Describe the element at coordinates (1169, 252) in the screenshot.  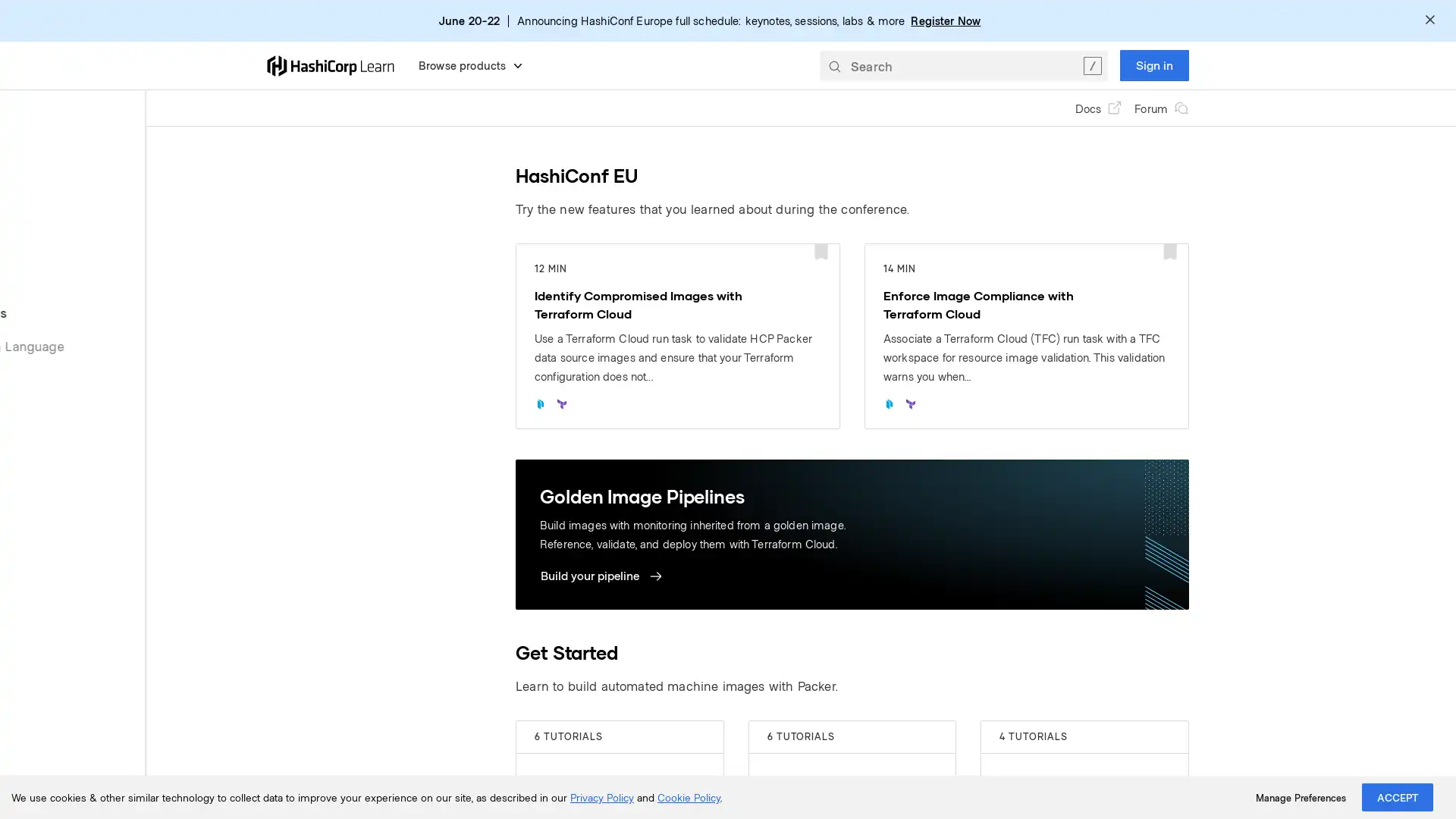
I see `Add bookmark for: Enforce Image Compliance with Terraform Cloud` at that location.